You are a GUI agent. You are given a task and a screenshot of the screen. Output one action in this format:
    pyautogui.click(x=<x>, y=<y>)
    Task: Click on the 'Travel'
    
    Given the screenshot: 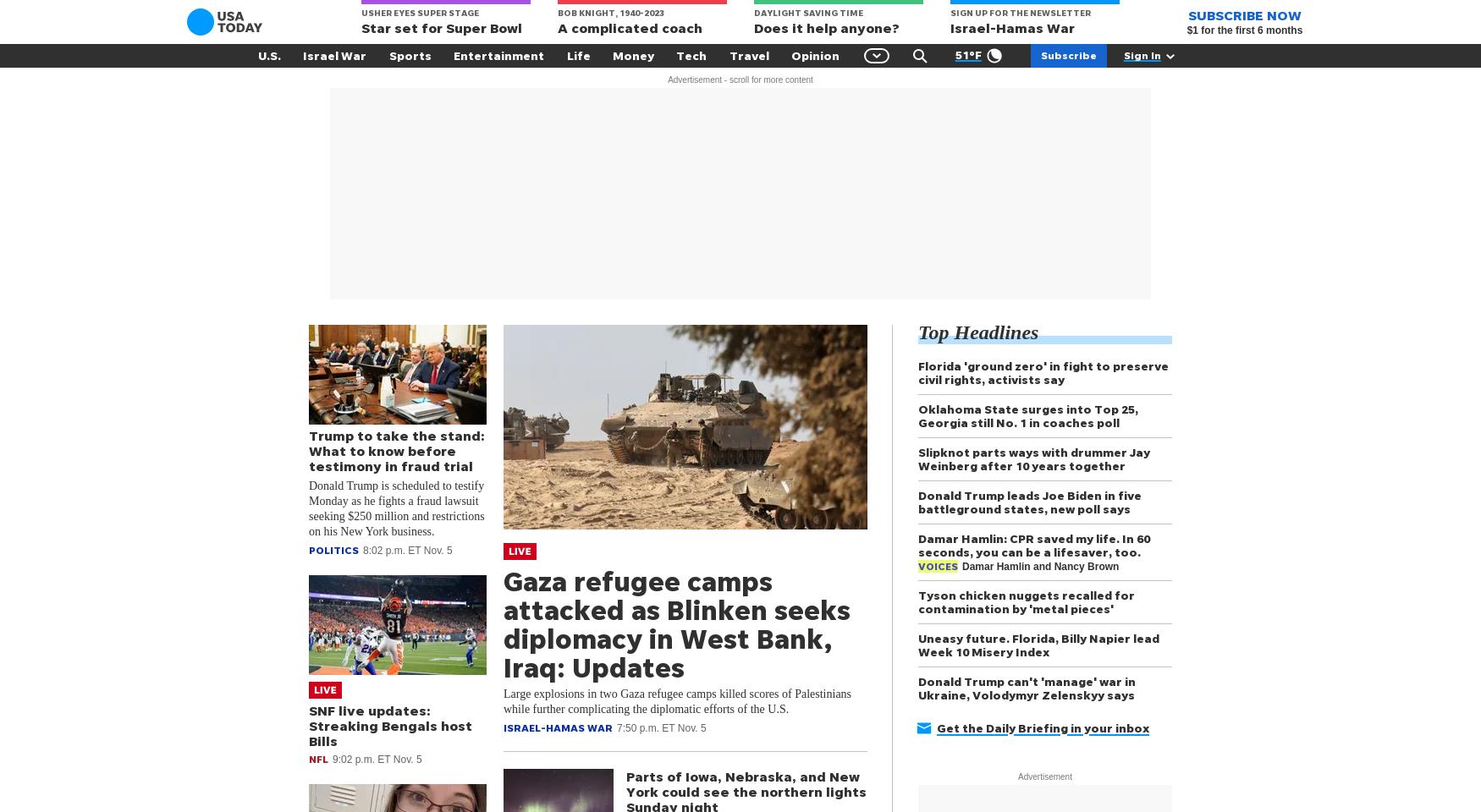 What is the action you would take?
    pyautogui.click(x=747, y=55)
    